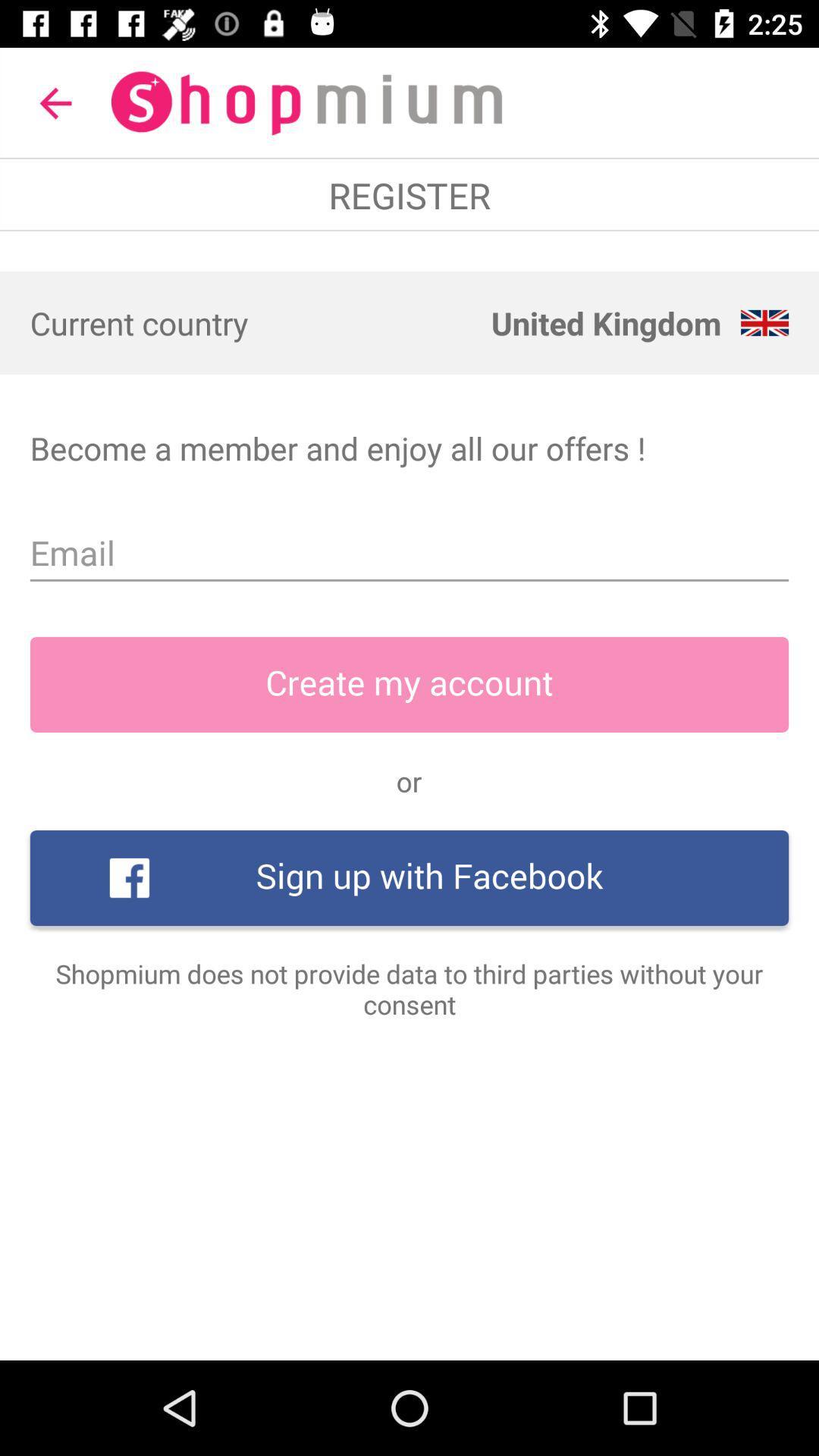  Describe the element at coordinates (409, 877) in the screenshot. I see `sign up with icon` at that location.